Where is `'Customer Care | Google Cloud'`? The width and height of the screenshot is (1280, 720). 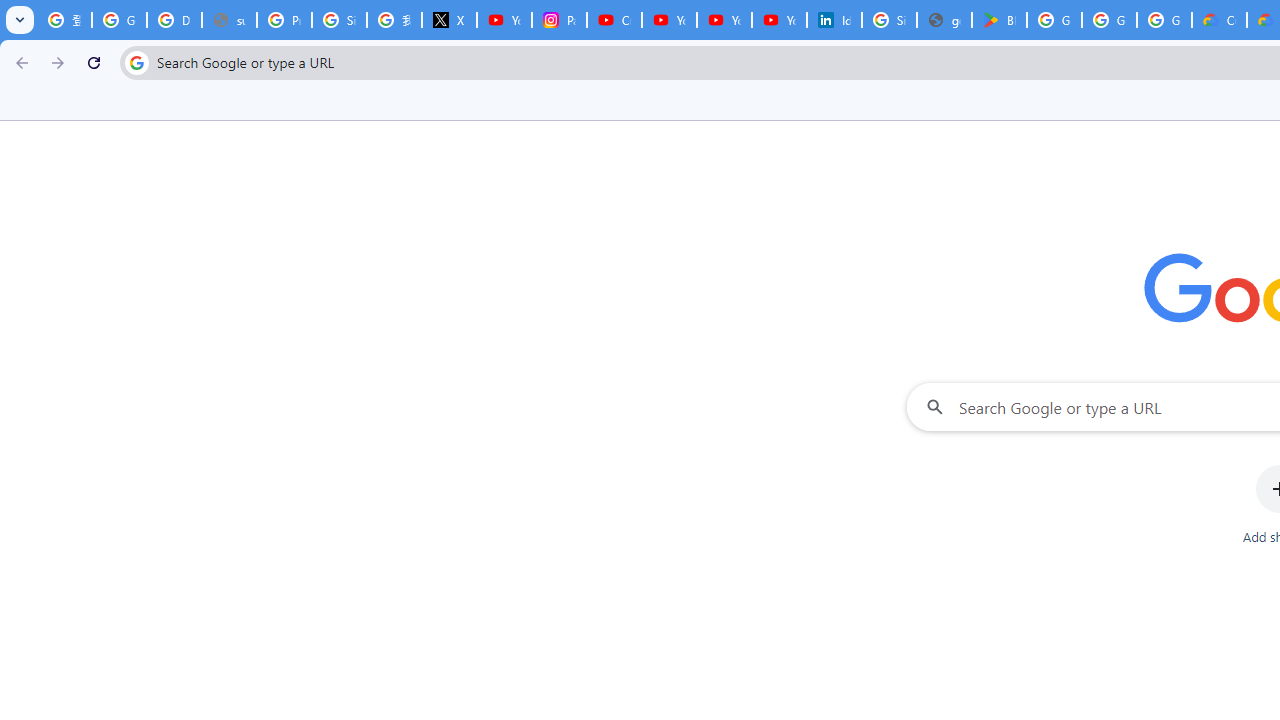
'Customer Care | Google Cloud' is located at coordinates (1218, 20).